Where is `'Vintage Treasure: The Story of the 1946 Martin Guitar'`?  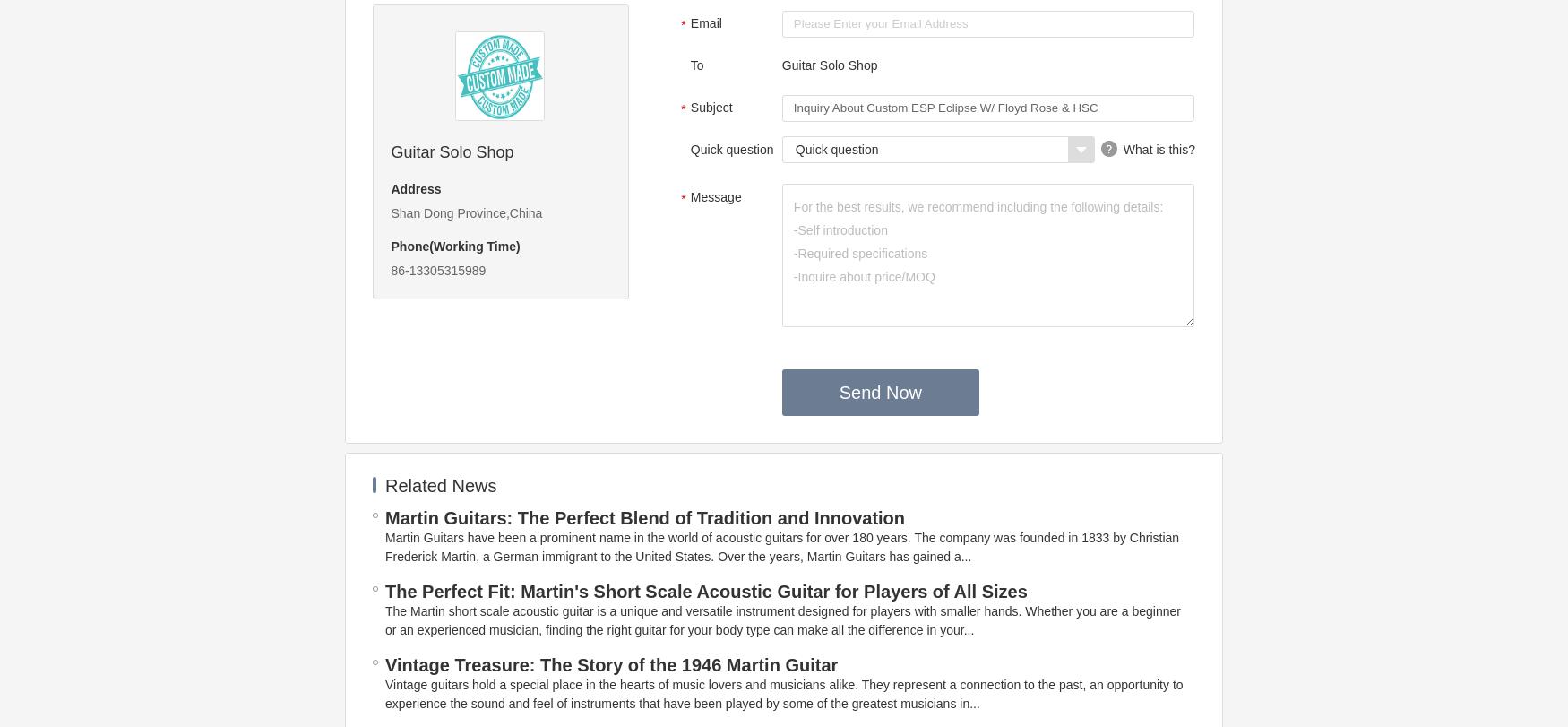
'Vintage Treasure: The Story of the 1946 Martin Guitar' is located at coordinates (610, 663).